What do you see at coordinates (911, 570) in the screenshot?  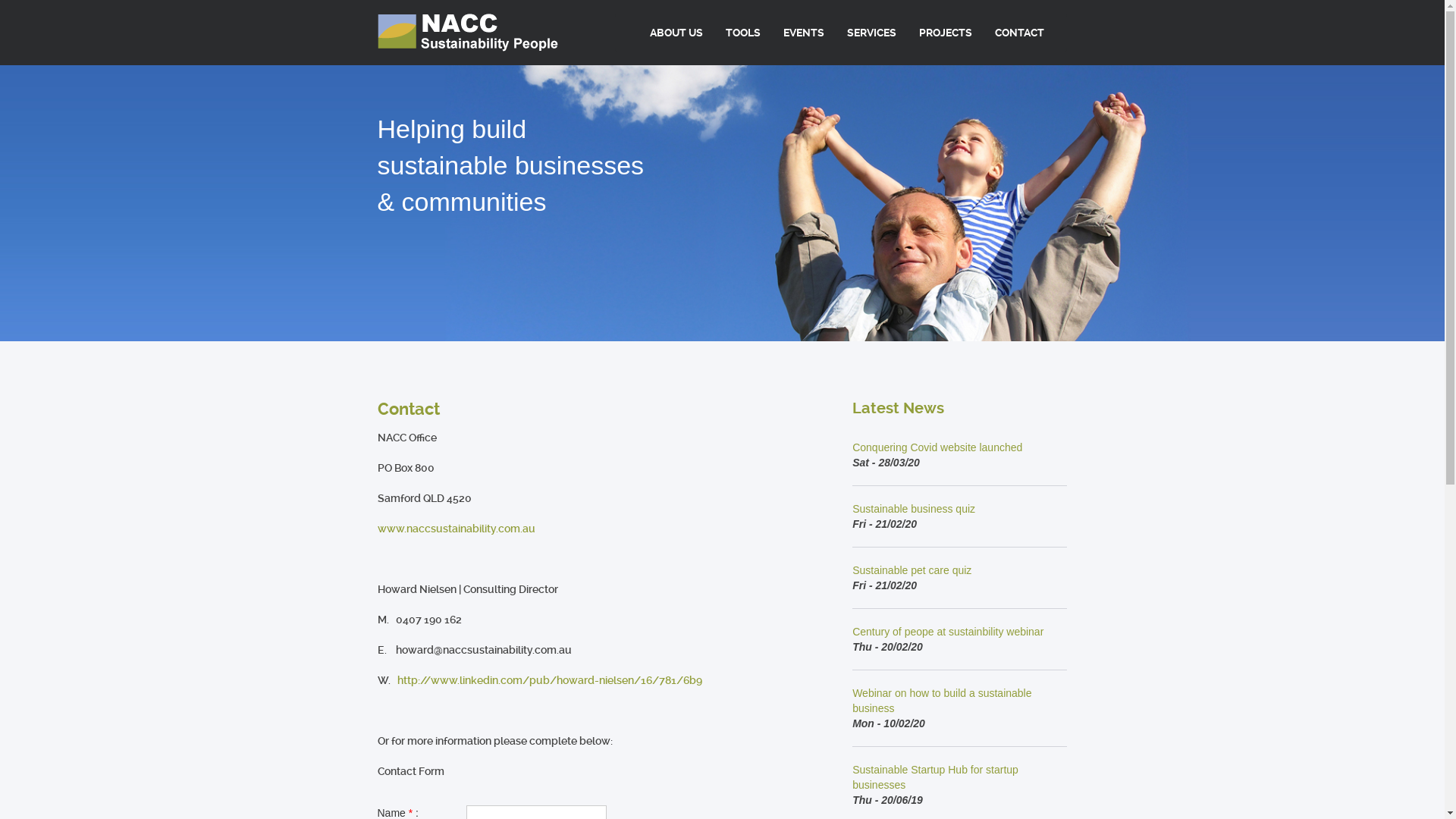 I see `'Sustainable pet care quiz'` at bounding box center [911, 570].